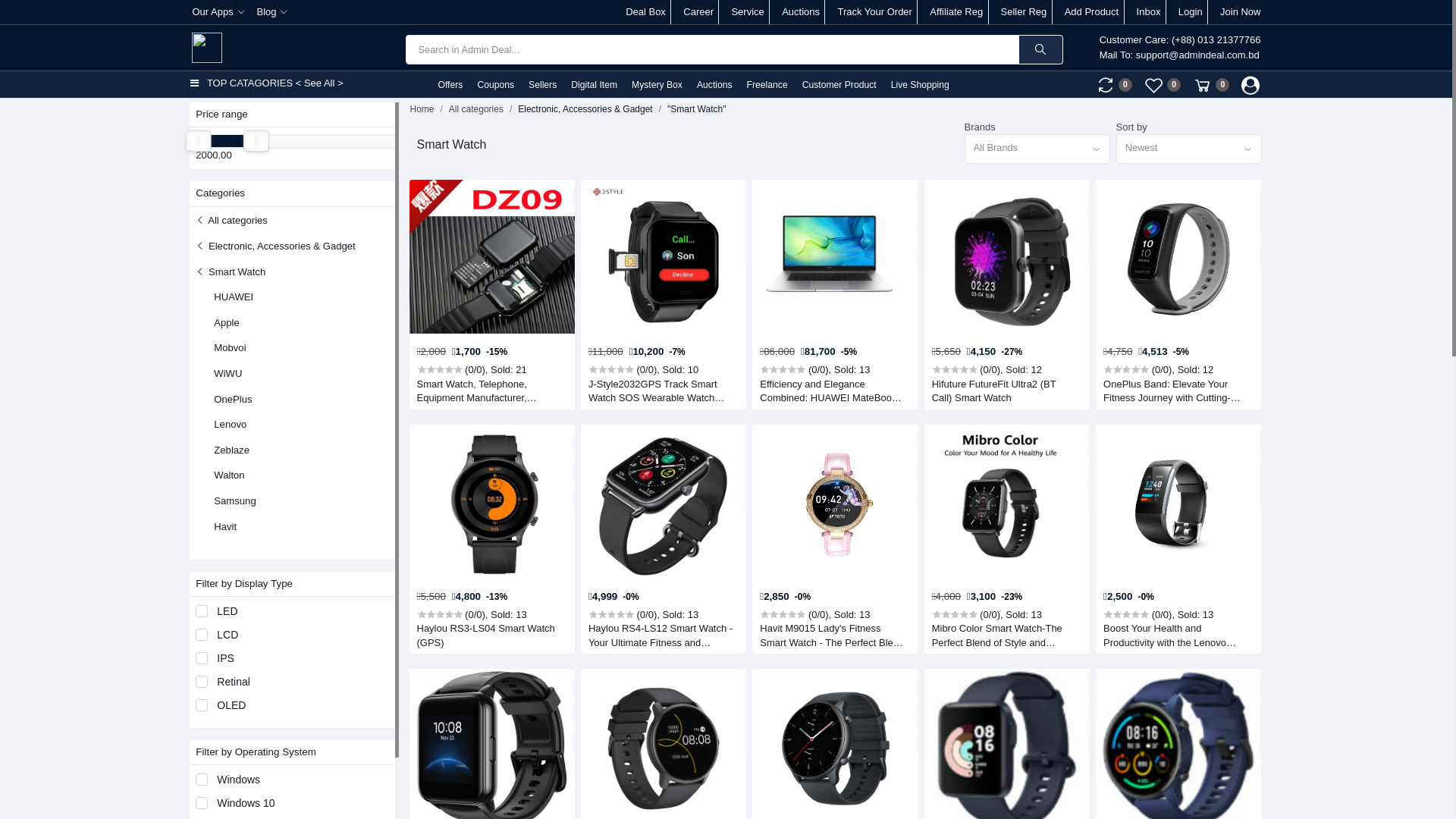 This screenshot has width=1456, height=819. I want to click on 'Haylou RS3-LS04 Smart Watch (GPS)', so click(490, 635).